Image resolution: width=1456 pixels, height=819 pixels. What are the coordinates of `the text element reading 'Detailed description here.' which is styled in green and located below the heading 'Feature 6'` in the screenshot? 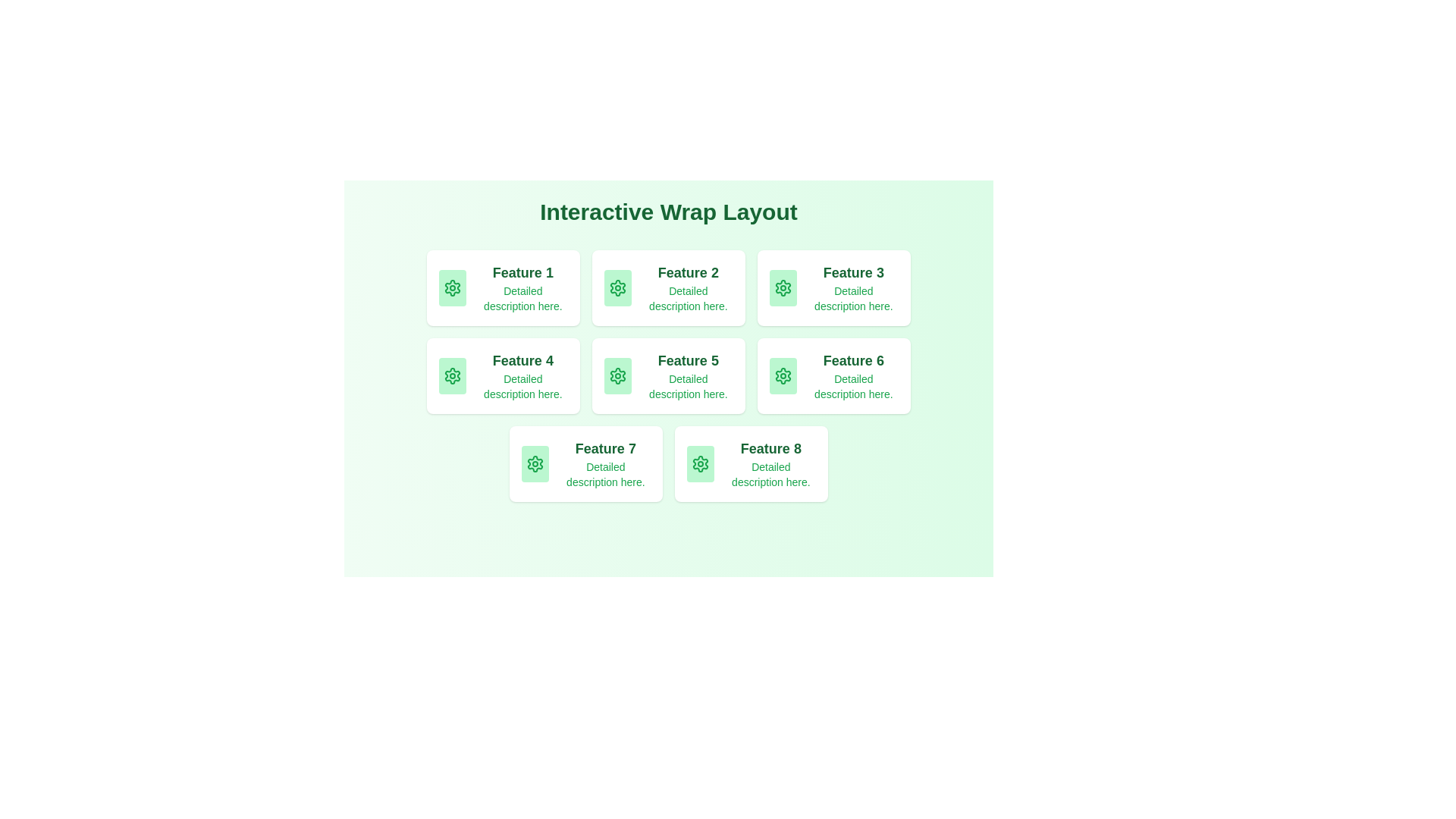 It's located at (853, 385).